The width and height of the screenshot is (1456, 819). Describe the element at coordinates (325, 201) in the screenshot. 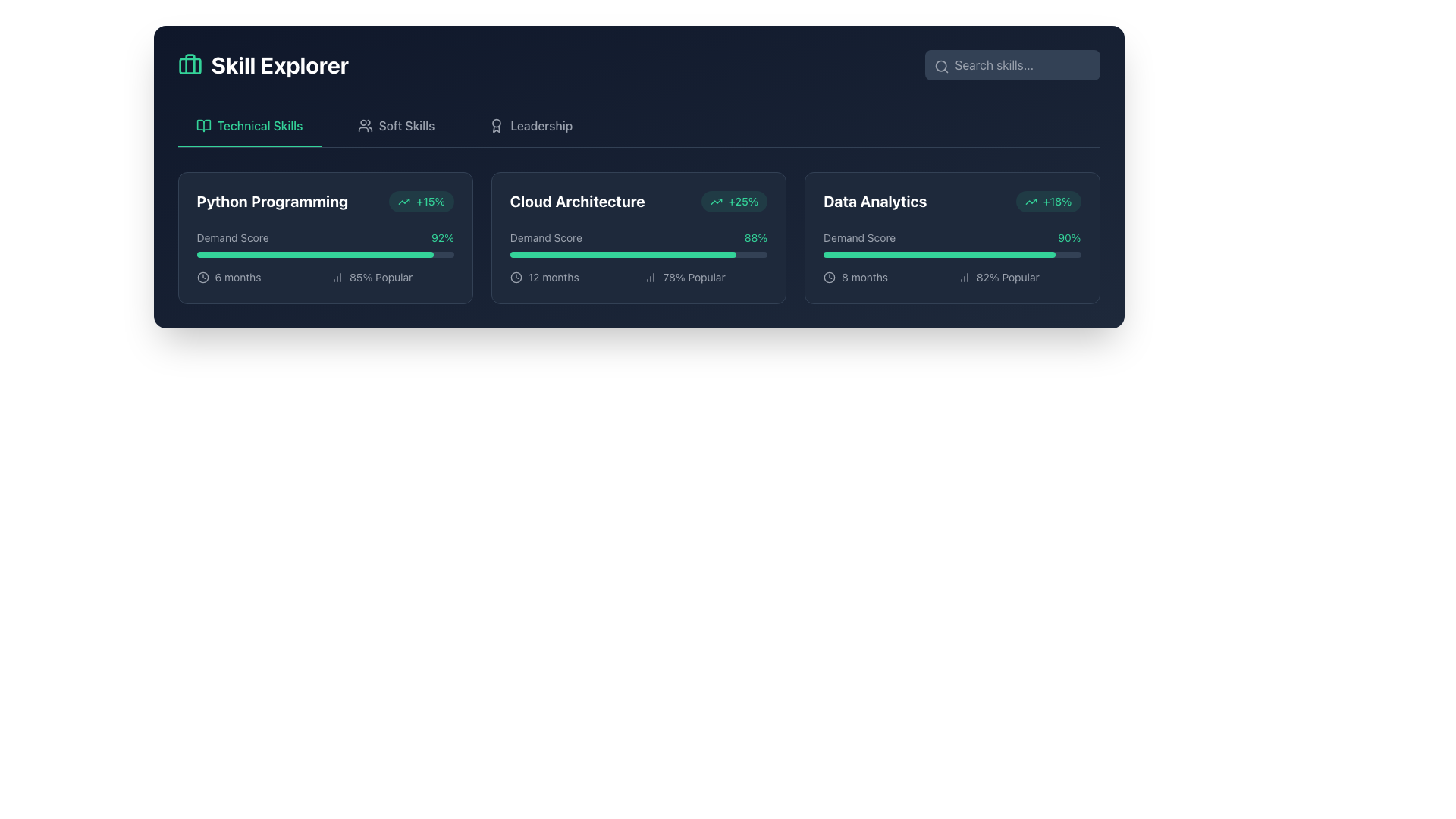

I see `the 'Python Programming' text in the Composite element with a badge indicating a percentage increase, located in the top-left section of the 'Technical Skills' card` at that location.